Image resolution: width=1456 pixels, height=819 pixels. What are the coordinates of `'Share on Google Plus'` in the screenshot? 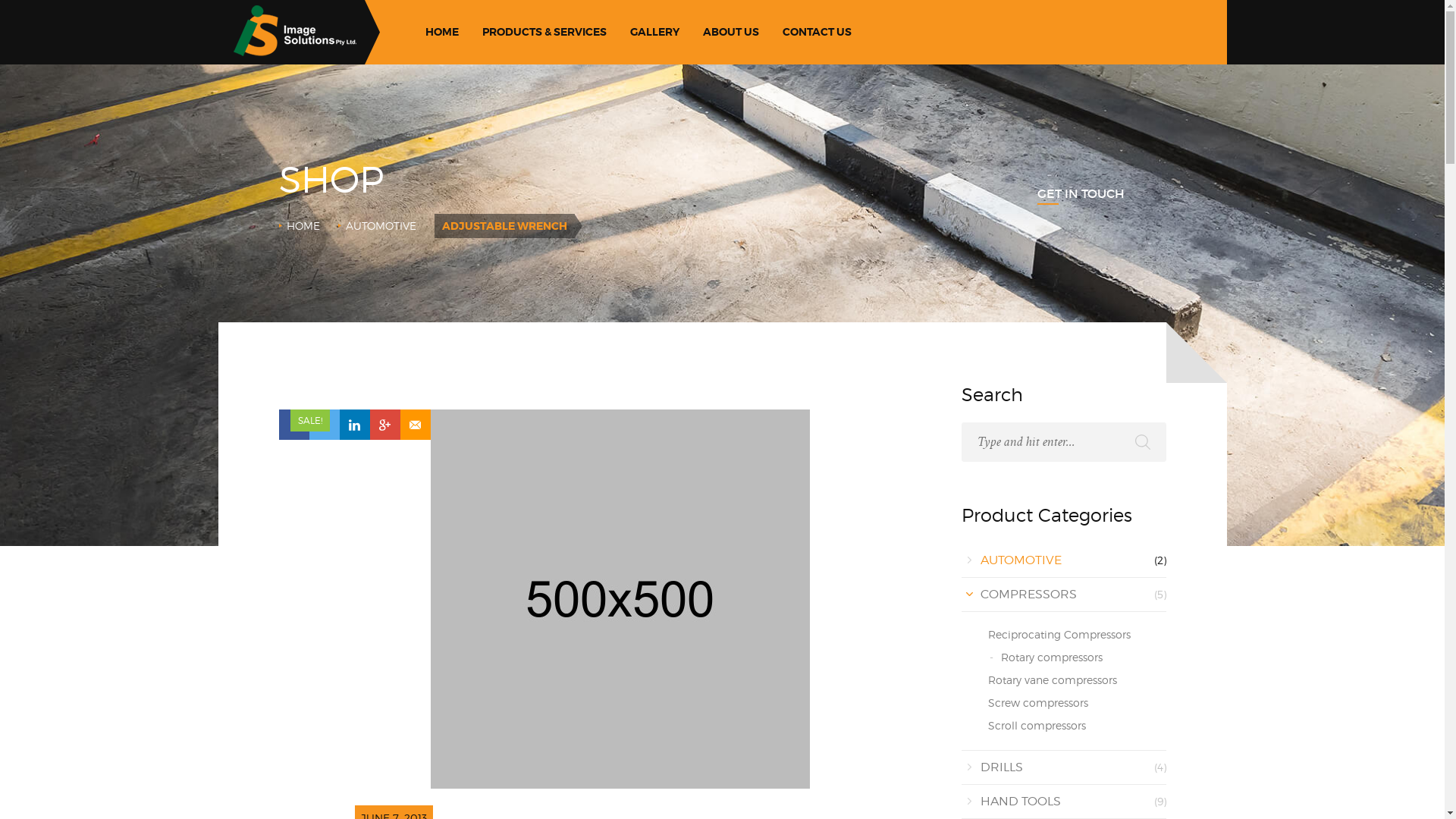 It's located at (385, 424).